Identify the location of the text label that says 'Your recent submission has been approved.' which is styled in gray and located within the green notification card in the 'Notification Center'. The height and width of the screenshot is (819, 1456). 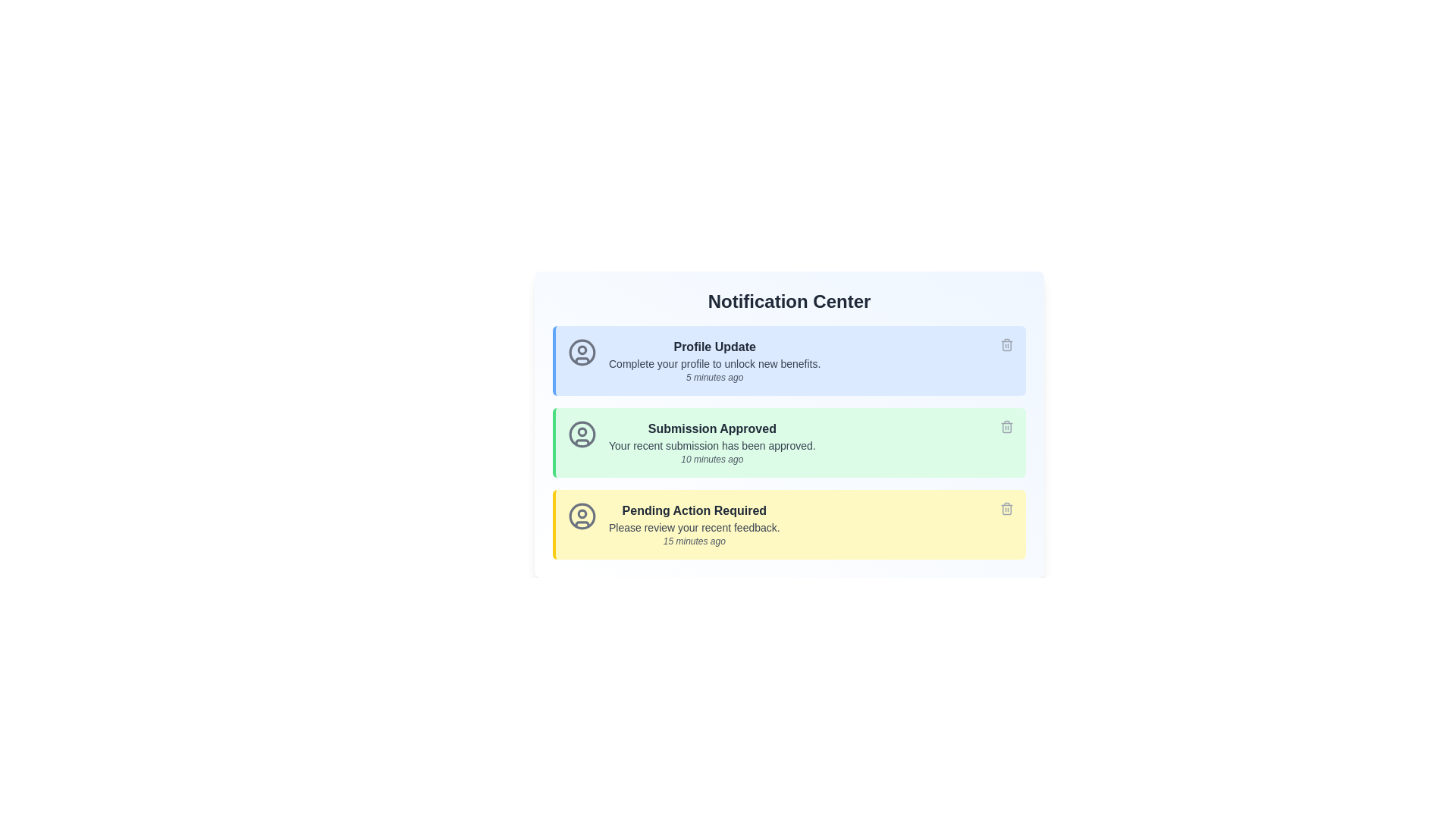
(711, 444).